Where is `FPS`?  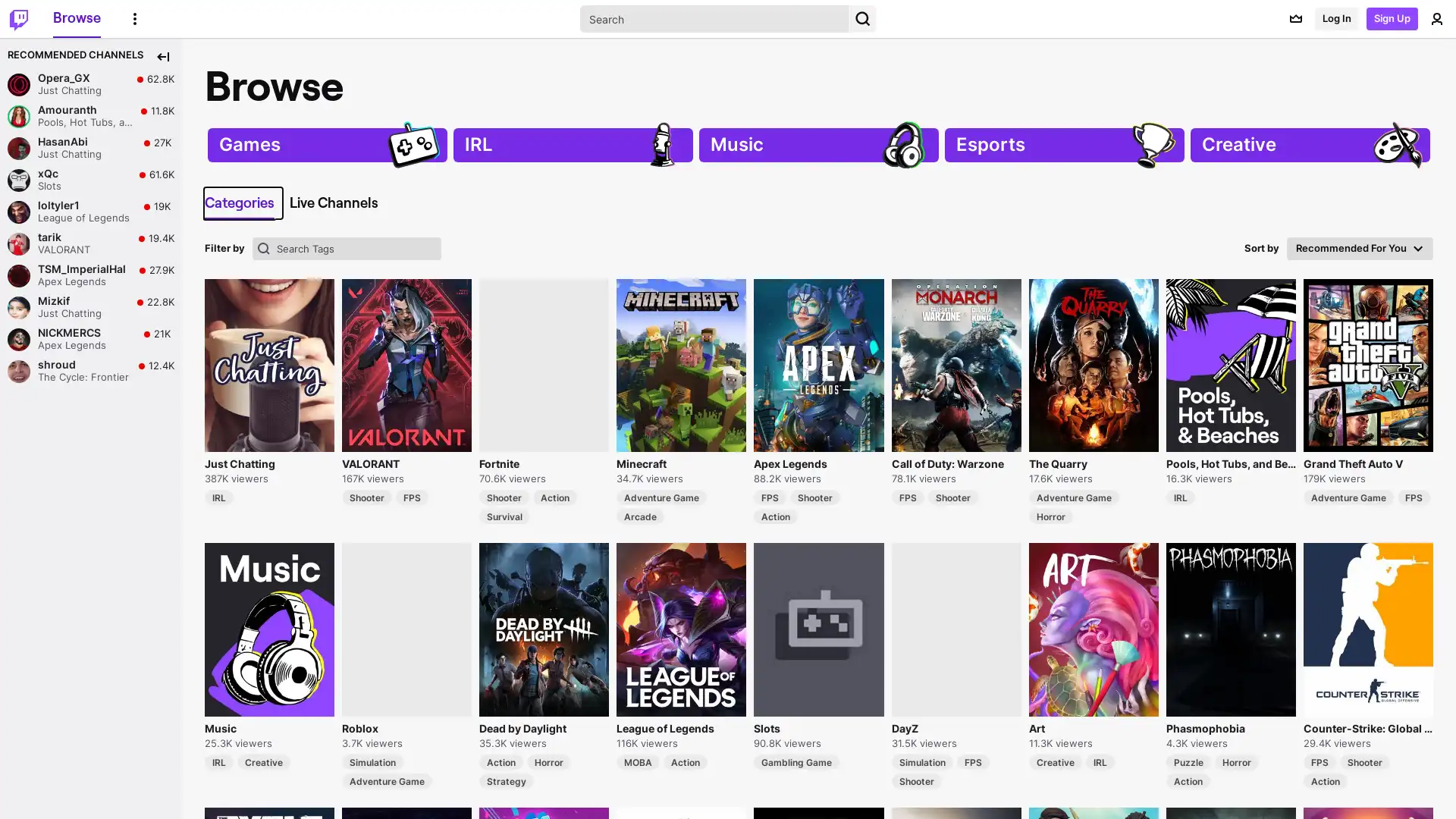
FPS is located at coordinates (907, 497).